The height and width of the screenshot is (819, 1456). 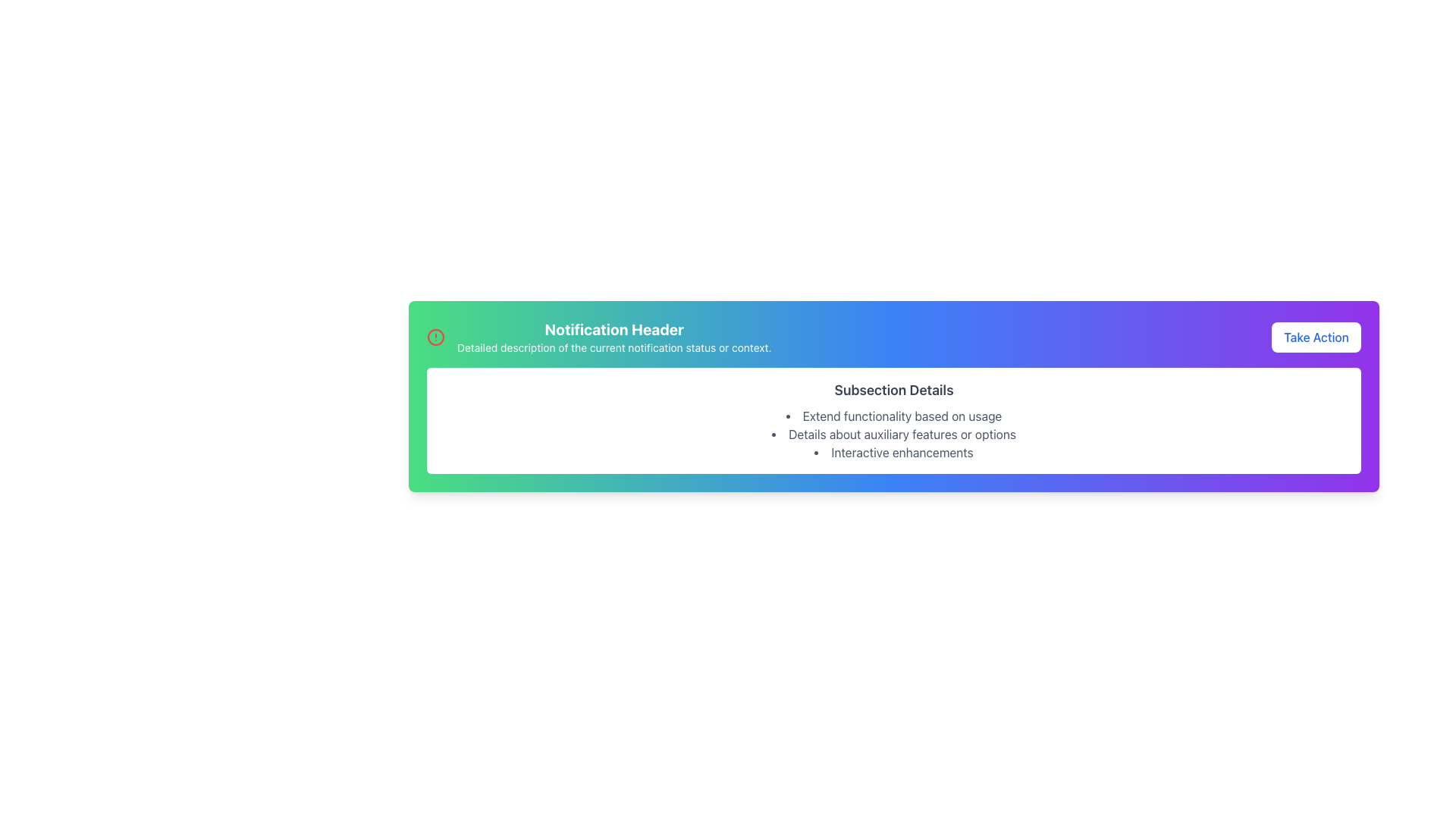 What do you see at coordinates (1316, 336) in the screenshot?
I see `the notification action button located at the far right side of the horizontal layout` at bounding box center [1316, 336].